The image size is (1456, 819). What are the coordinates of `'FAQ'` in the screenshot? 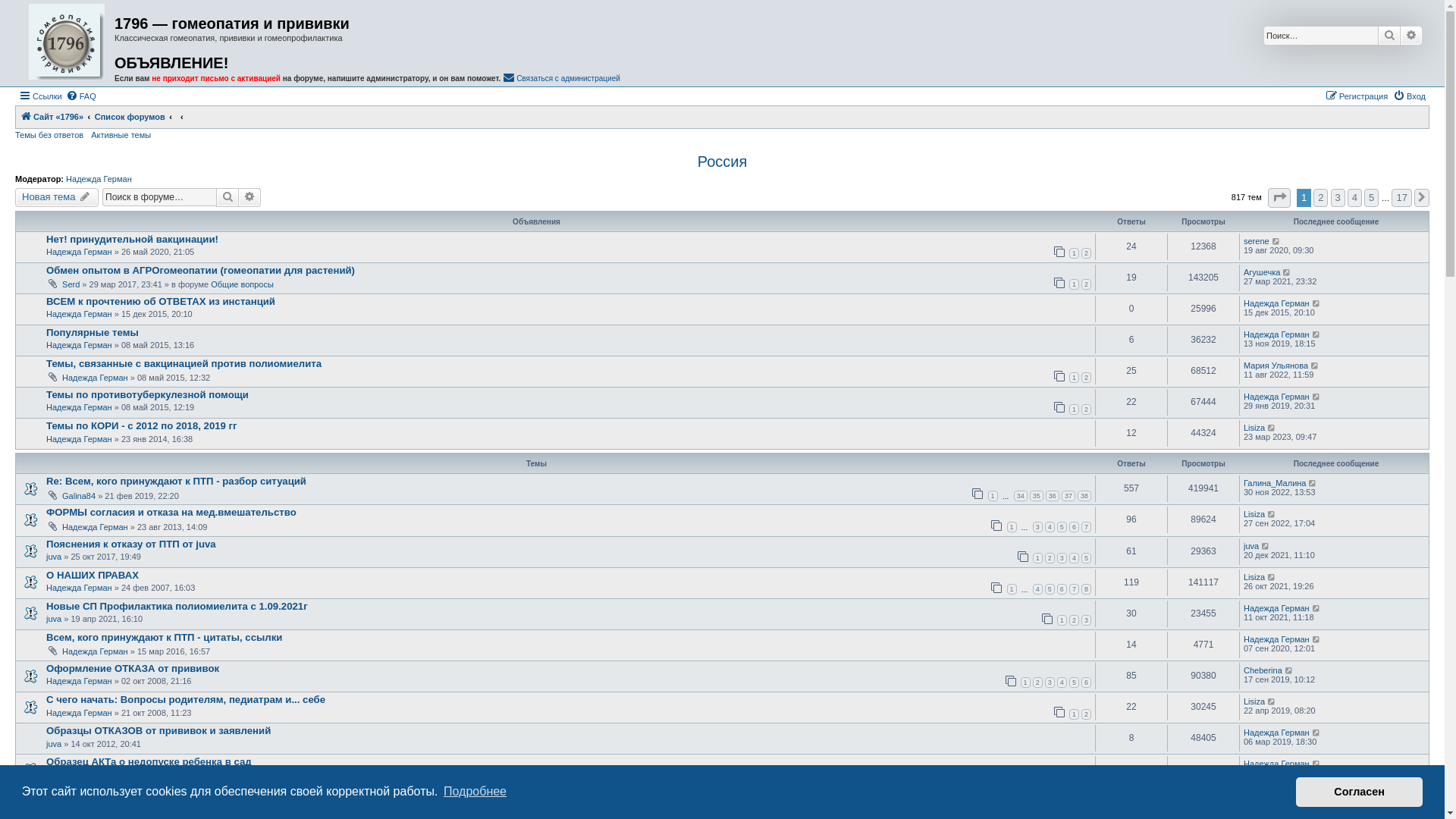 It's located at (80, 96).